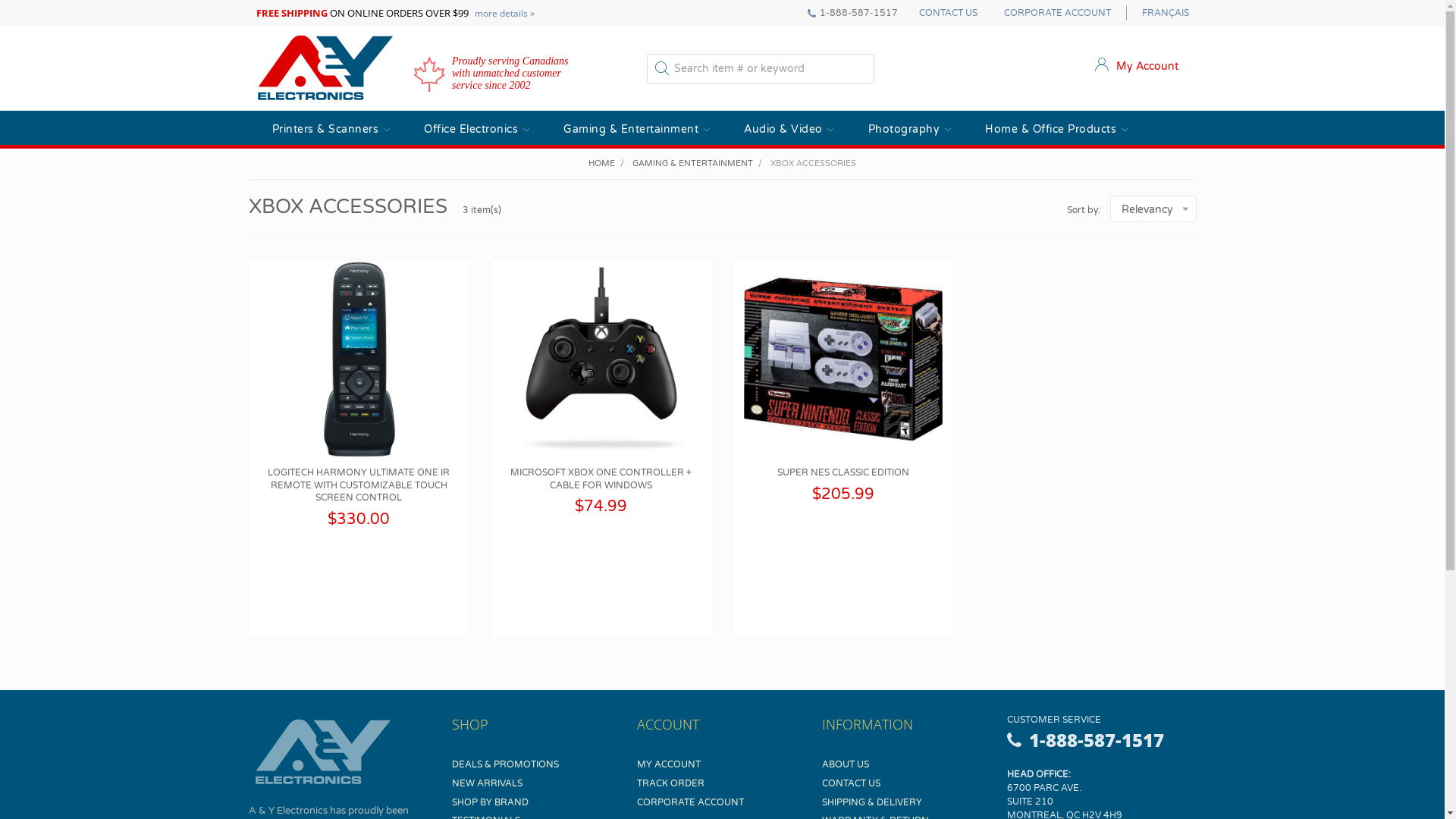 This screenshot has width=1456, height=819. Describe the element at coordinates (783, 128) in the screenshot. I see `'Audio & Video'` at that location.